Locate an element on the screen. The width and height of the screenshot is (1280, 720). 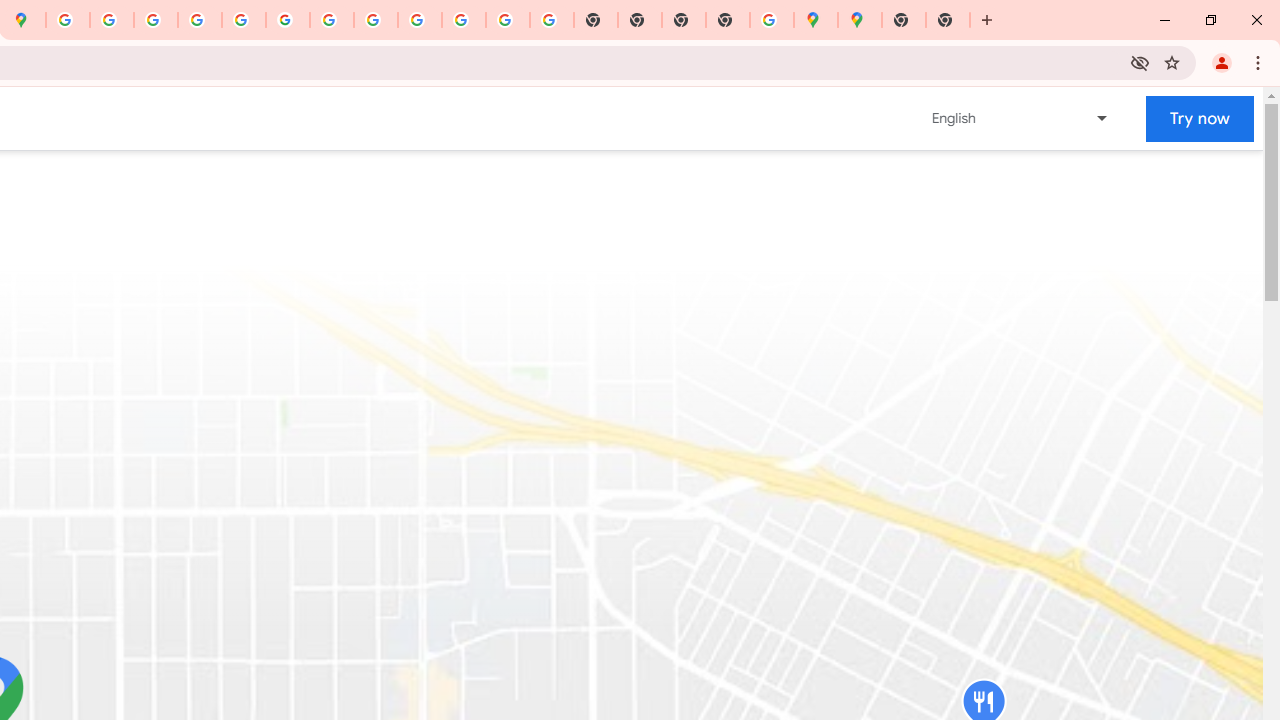
'YouTube' is located at coordinates (332, 20).